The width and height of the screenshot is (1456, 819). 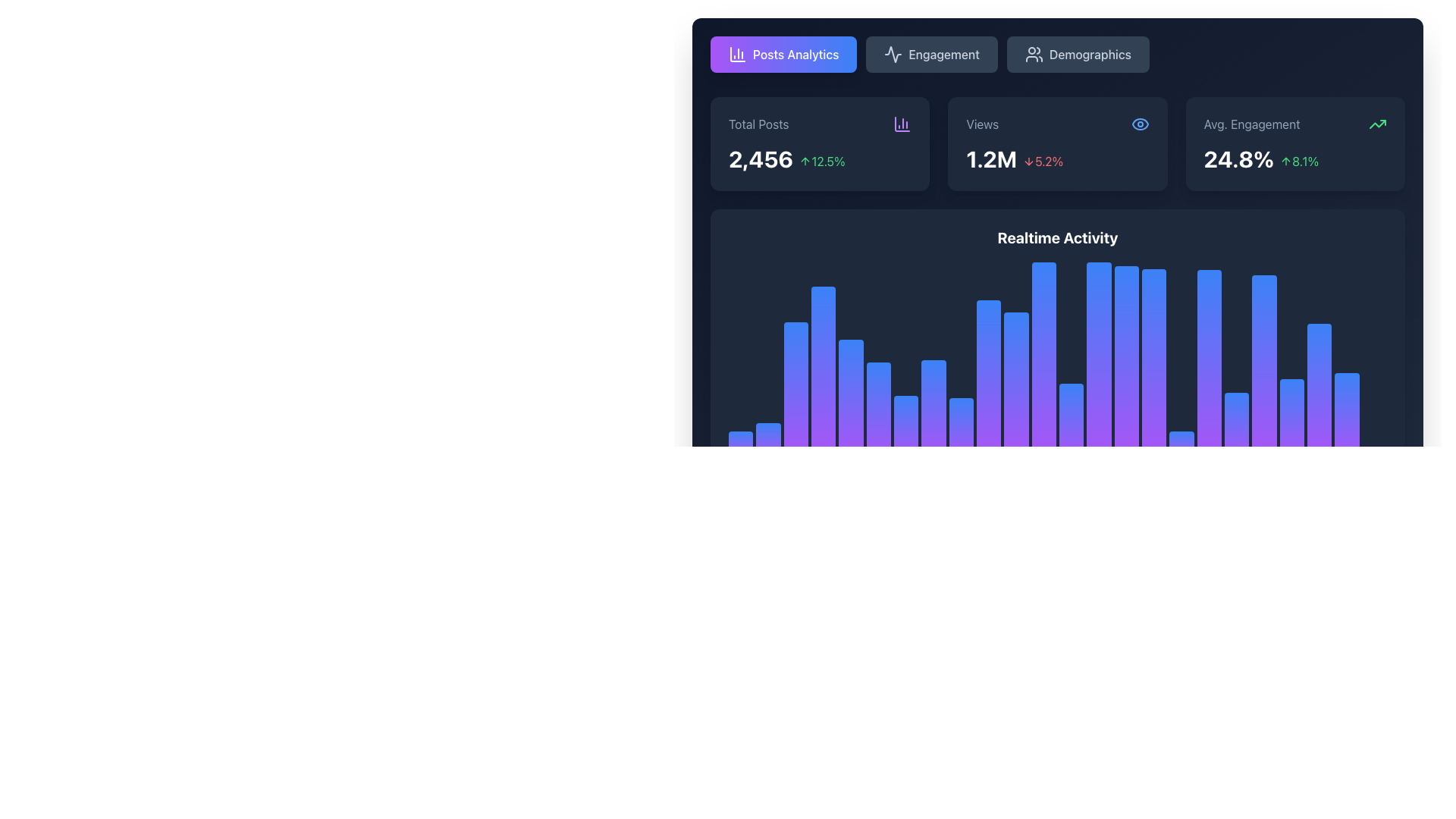 What do you see at coordinates (768, 450) in the screenshot?
I see `the second bar from the left in the bar chart, which is a thin rectangular bar with a gradient from purple to blue and rounded top corners` at bounding box center [768, 450].